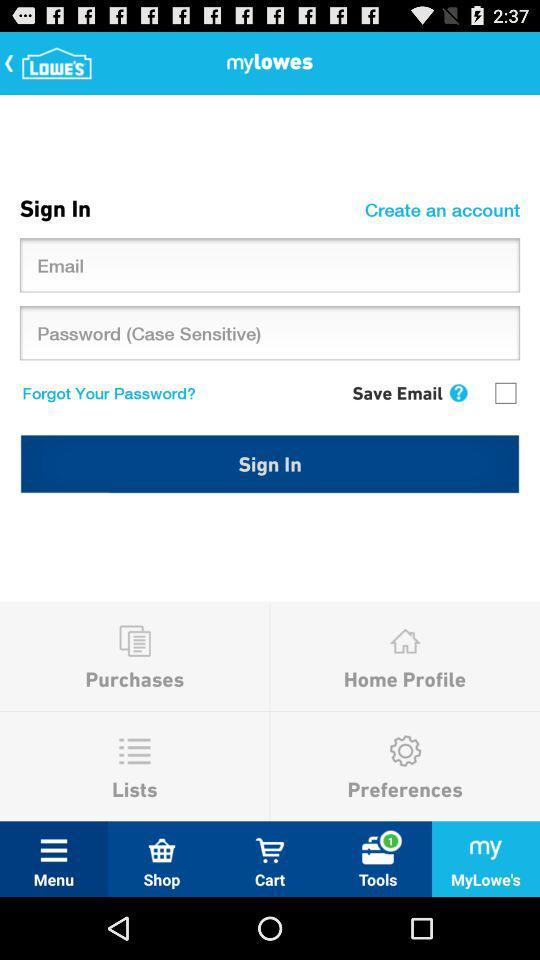 Image resolution: width=540 pixels, height=960 pixels. I want to click on the item next to save email item, so click(458, 392).